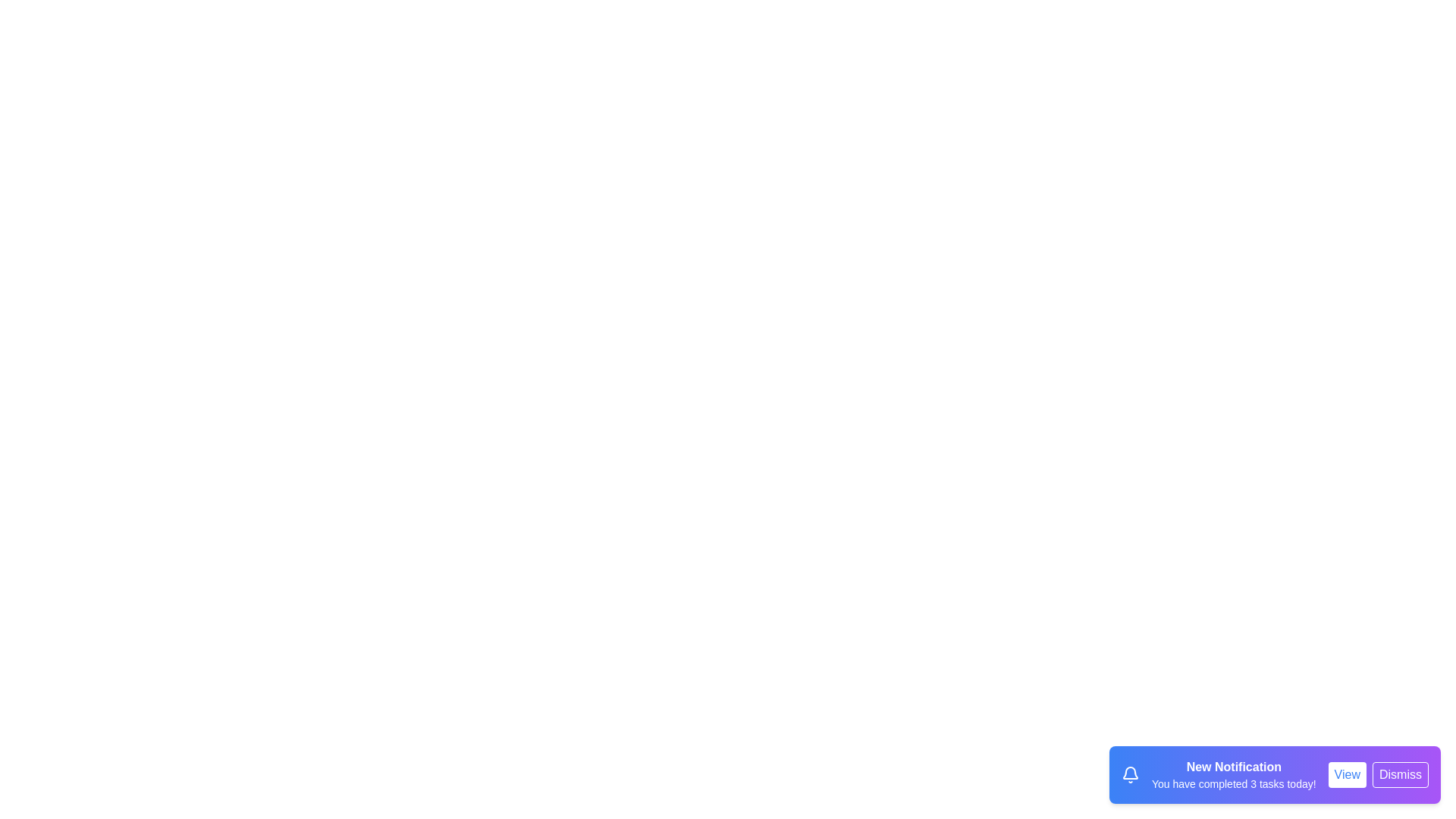 The width and height of the screenshot is (1456, 819). Describe the element at coordinates (1274, 775) in the screenshot. I see `the notification to observe the visual effects` at that location.